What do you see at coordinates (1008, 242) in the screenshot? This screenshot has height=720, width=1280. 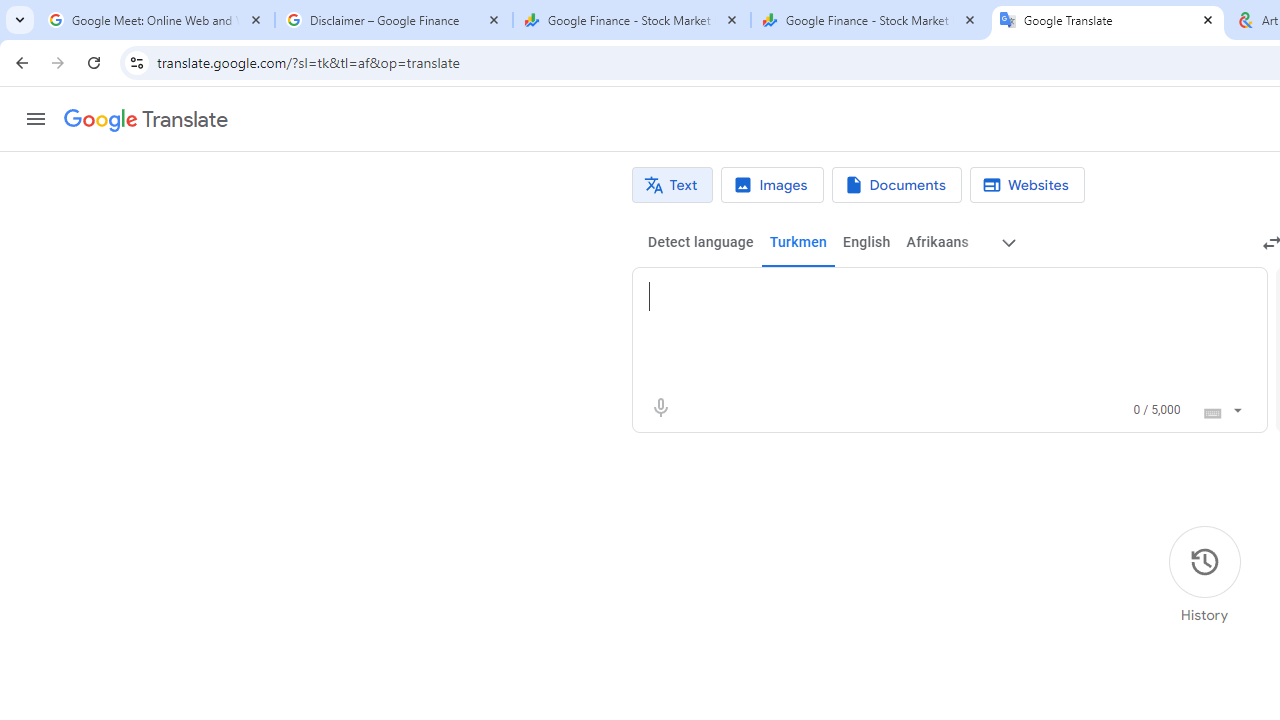 I see `'More source languages'` at bounding box center [1008, 242].